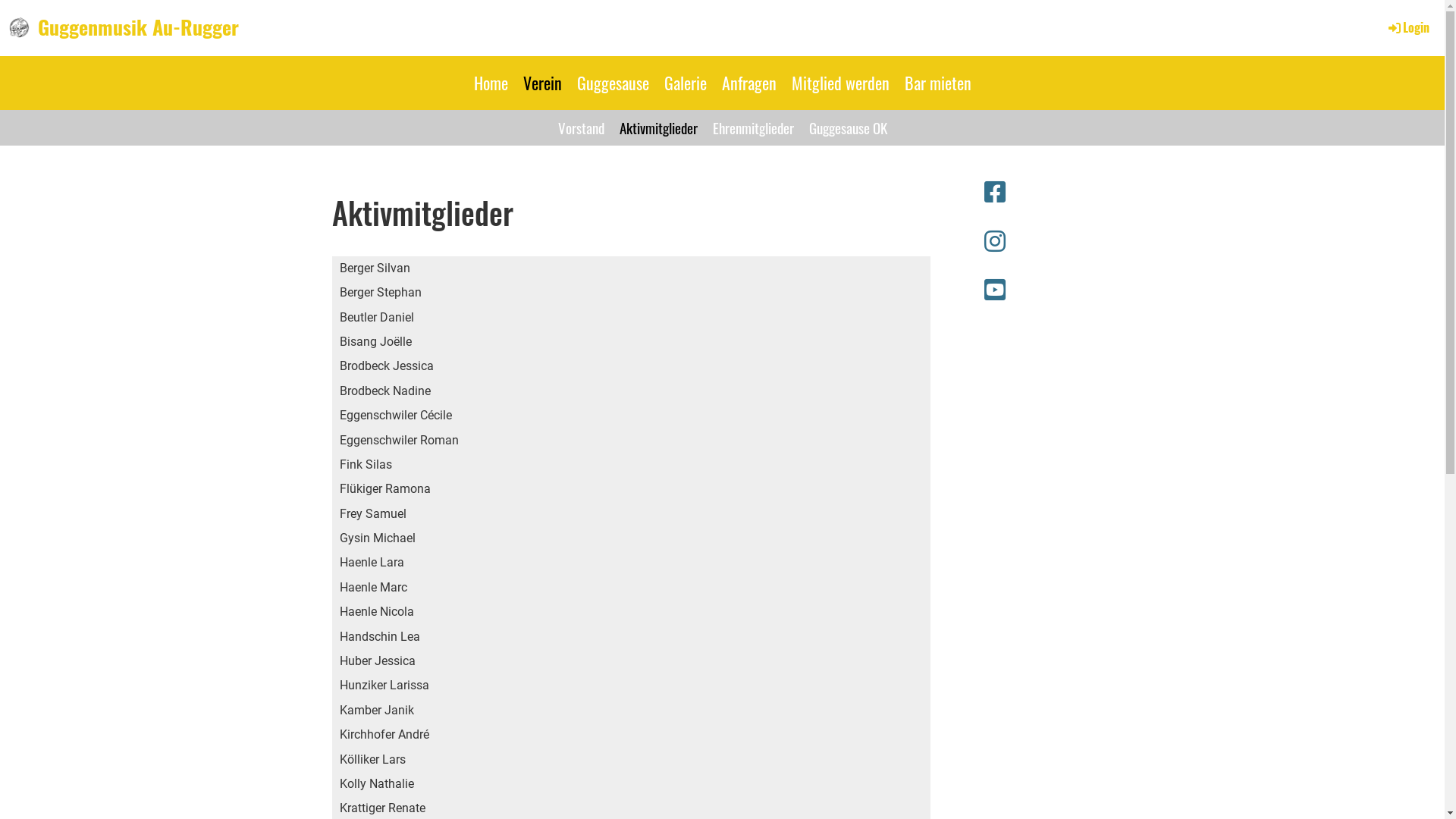 The height and width of the screenshot is (819, 1456). What do you see at coordinates (846, 127) in the screenshot?
I see `'Guggesause OK'` at bounding box center [846, 127].